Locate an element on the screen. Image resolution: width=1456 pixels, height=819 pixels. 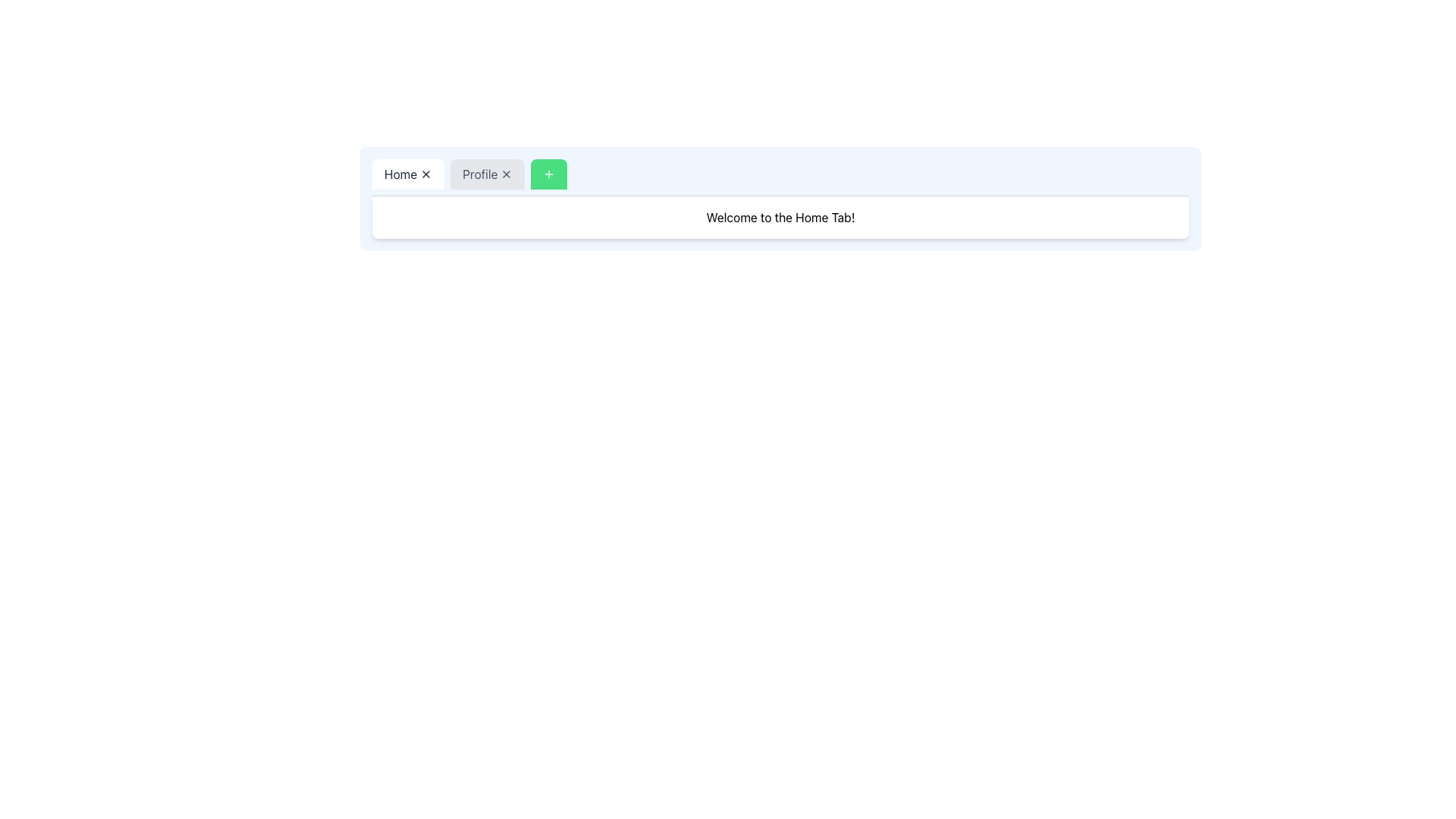
the 'X' icon button on the 'Home' tab is located at coordinates (425, 174).